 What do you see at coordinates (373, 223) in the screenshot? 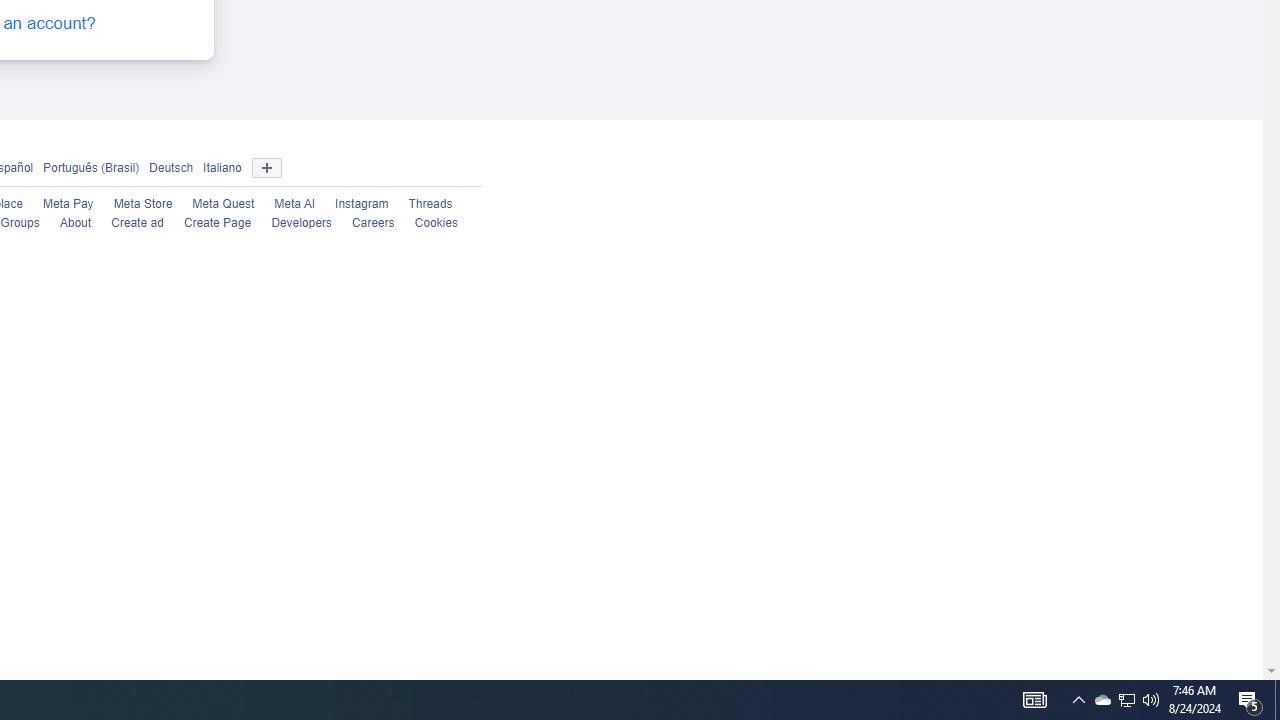
I see `'Careers'` at bounding box center [373, 223].